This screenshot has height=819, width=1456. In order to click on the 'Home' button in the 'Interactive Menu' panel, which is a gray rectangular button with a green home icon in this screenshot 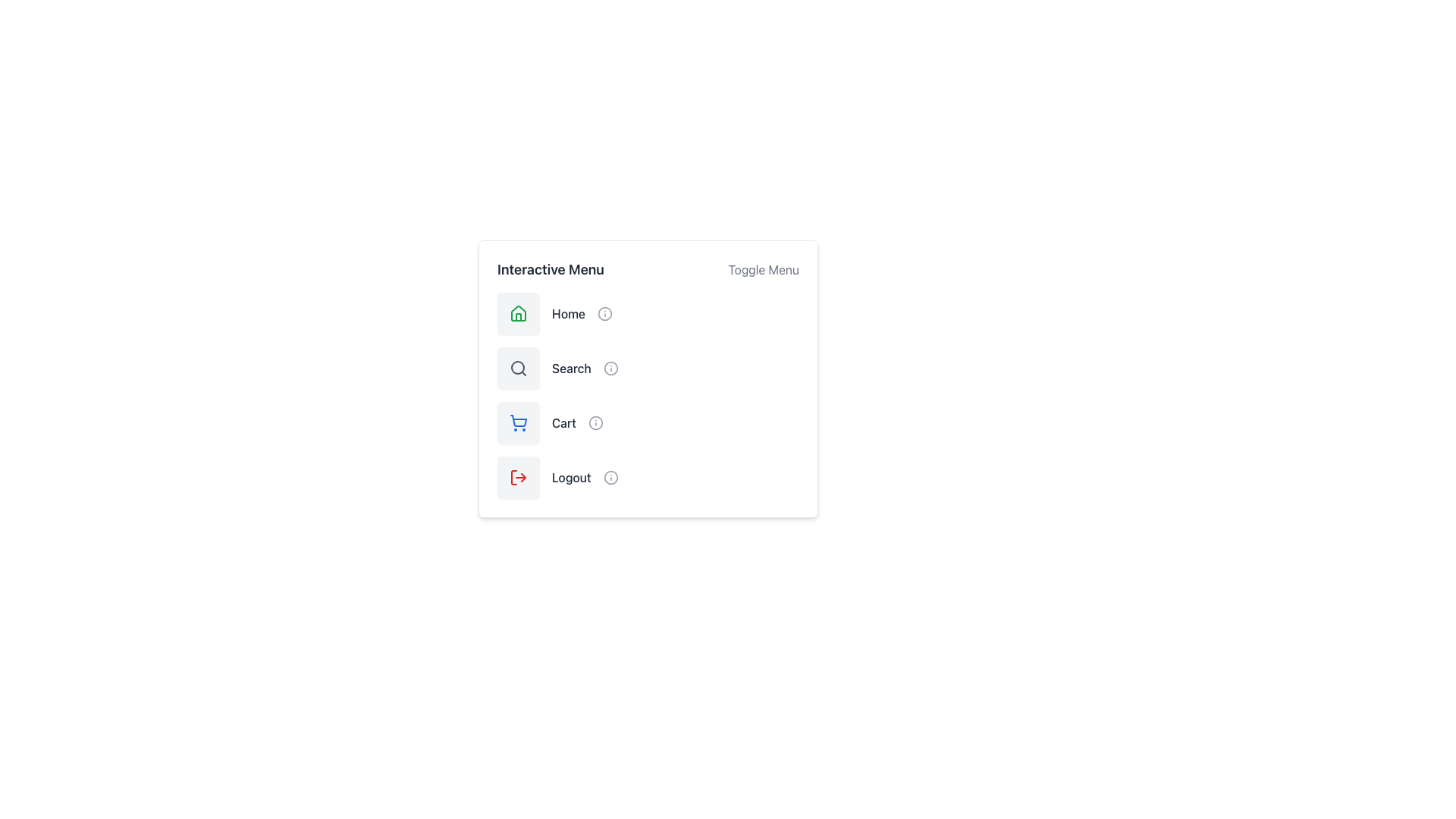, I will do `click(519, 312)`.